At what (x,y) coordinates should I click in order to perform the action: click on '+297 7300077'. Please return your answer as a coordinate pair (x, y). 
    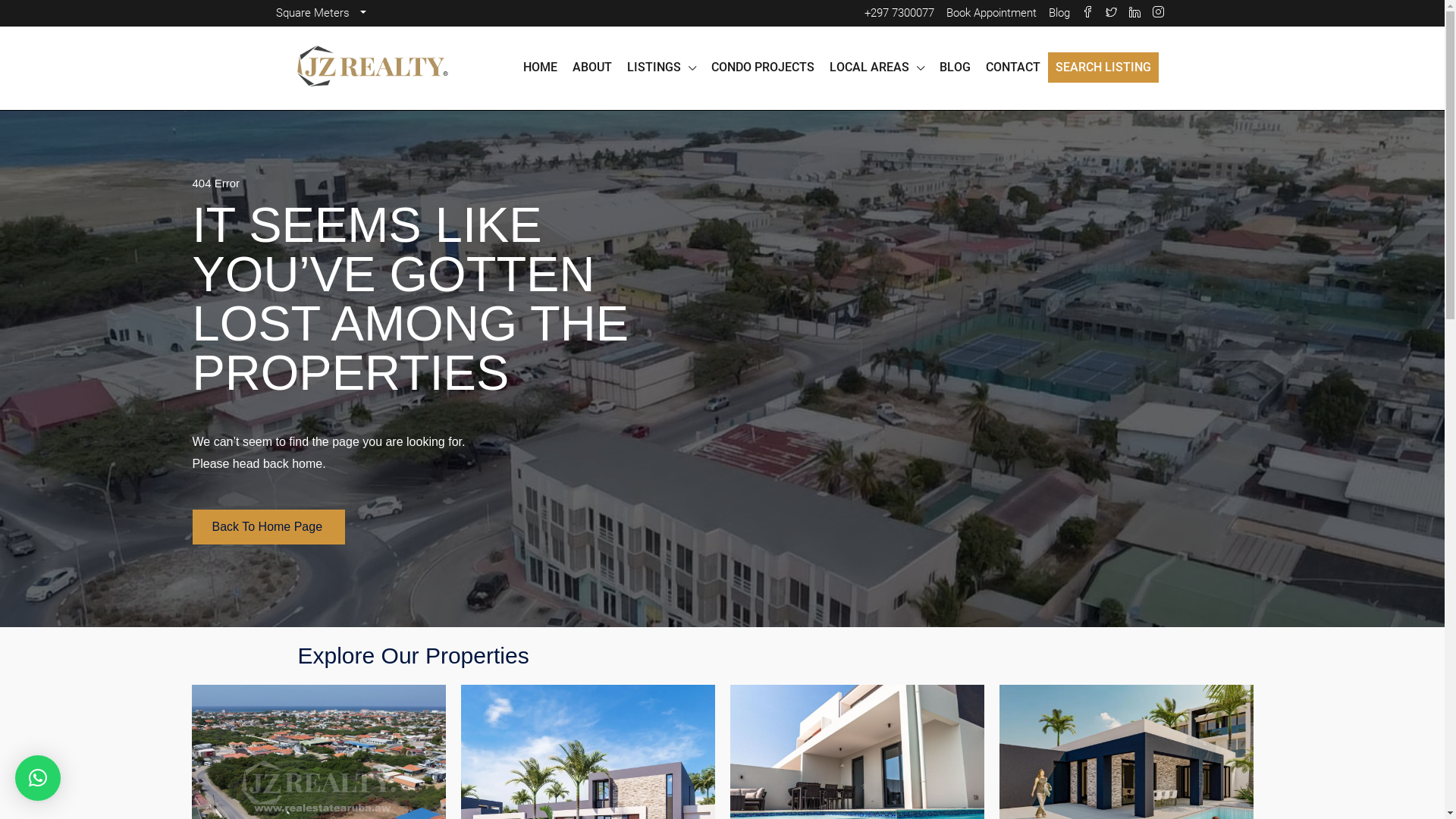
    Looking at the image, I should click on (899, 13).